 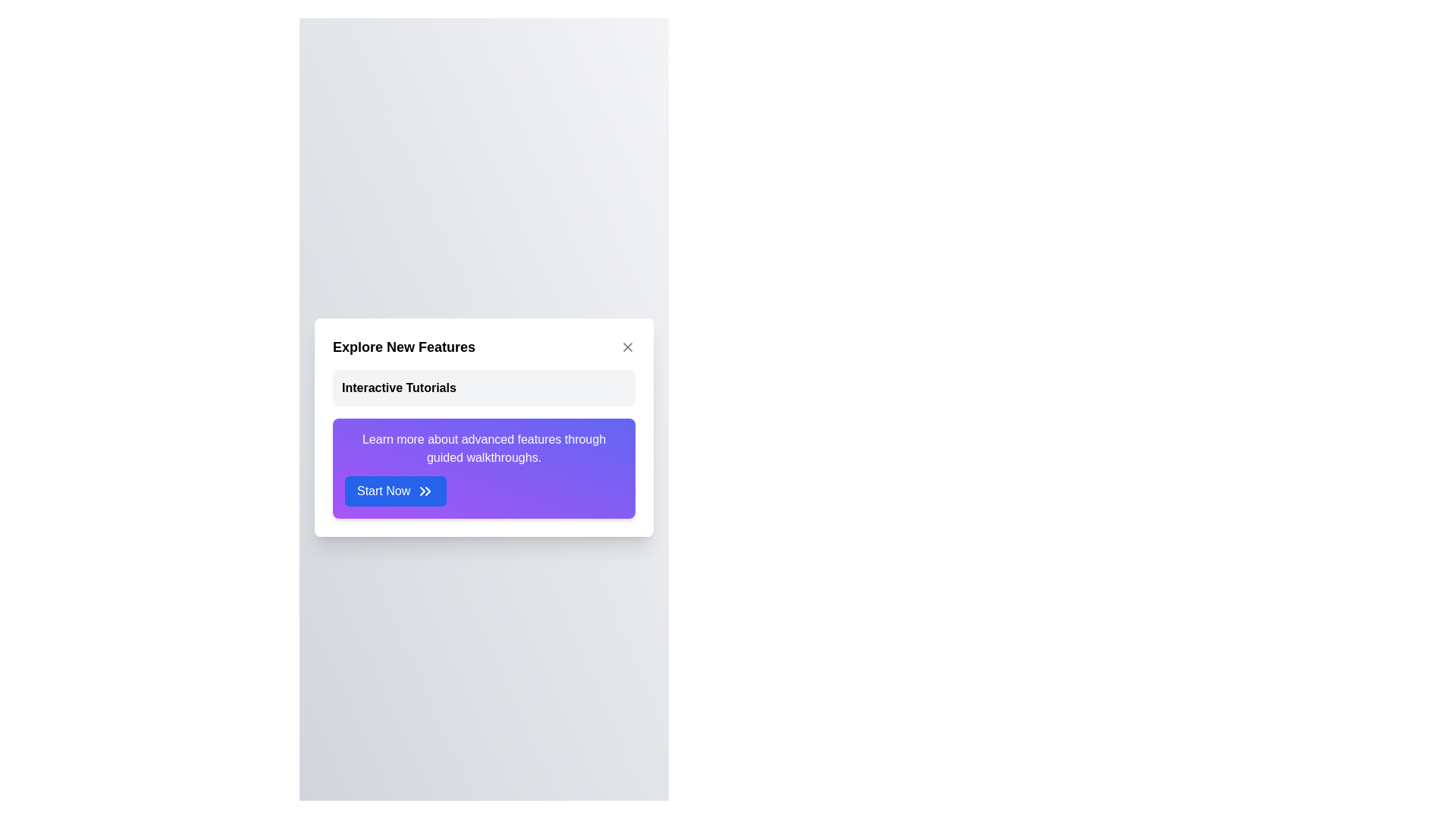 I want to click on the second right-pointing chevron arrow icon located at the bottom right corner of the 'Start Now' button within a purple panel, so click(x=427, y=491).